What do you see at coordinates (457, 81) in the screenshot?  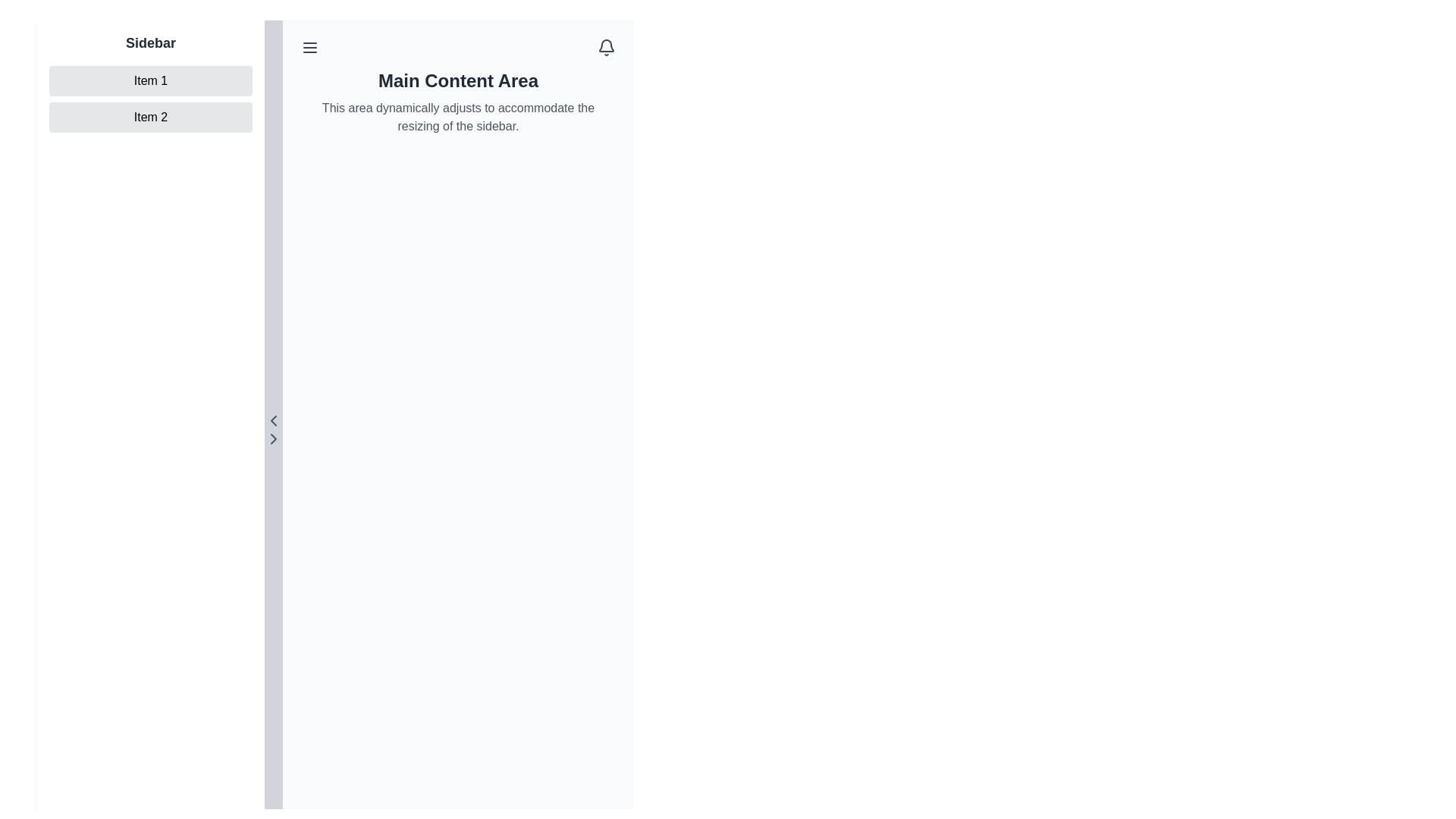 I see `the large headline displaying 'Main Content Area', which is centrally aligned and prominently styled in dark gray against a white background` at bounding box center [457, 81].